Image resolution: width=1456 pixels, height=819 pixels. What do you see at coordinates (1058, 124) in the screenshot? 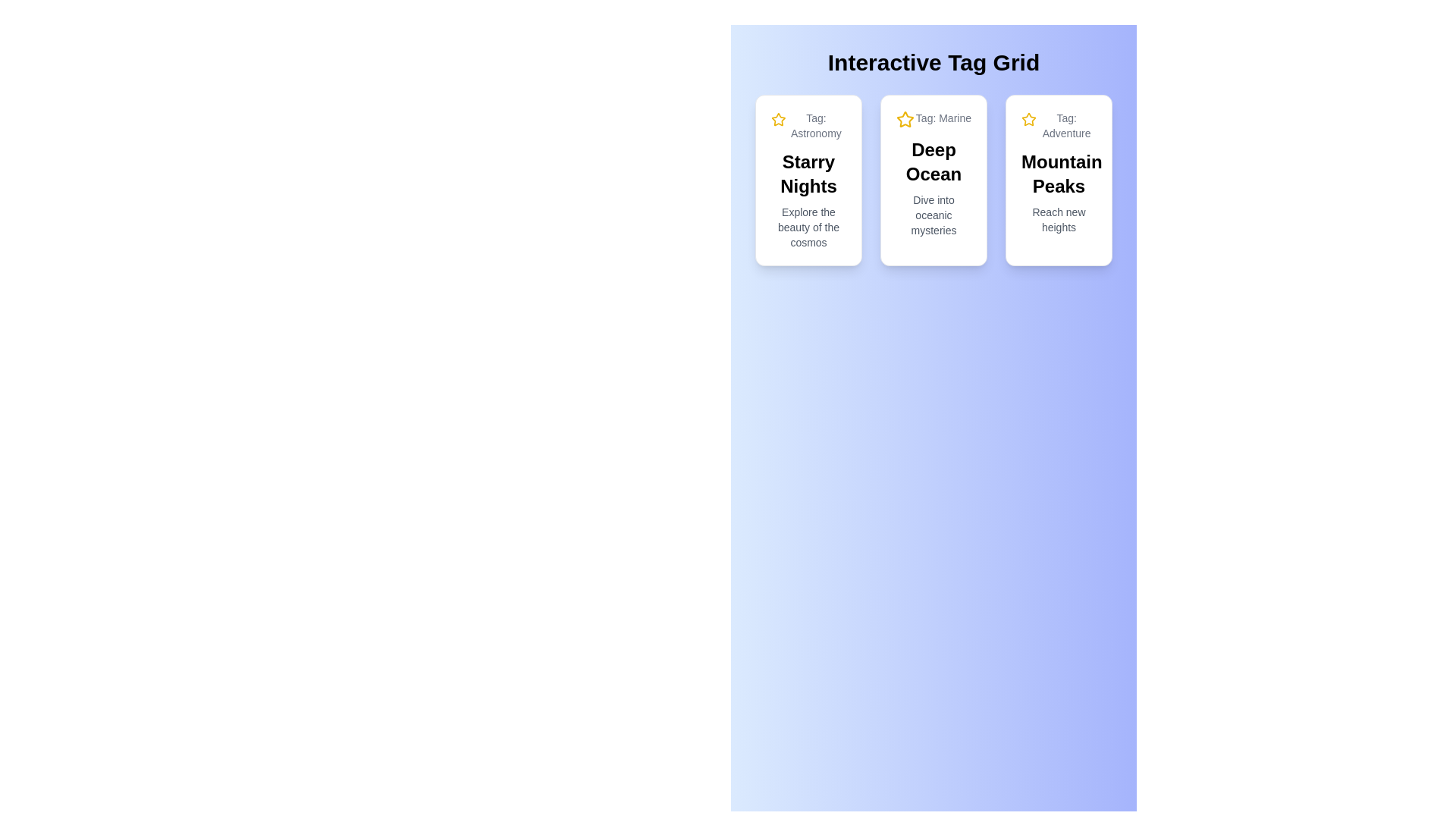
I see `tag information from the 'Adventure' label located at the top of the 'Mountain Peaks' card` at bounding box center [1058, 124].